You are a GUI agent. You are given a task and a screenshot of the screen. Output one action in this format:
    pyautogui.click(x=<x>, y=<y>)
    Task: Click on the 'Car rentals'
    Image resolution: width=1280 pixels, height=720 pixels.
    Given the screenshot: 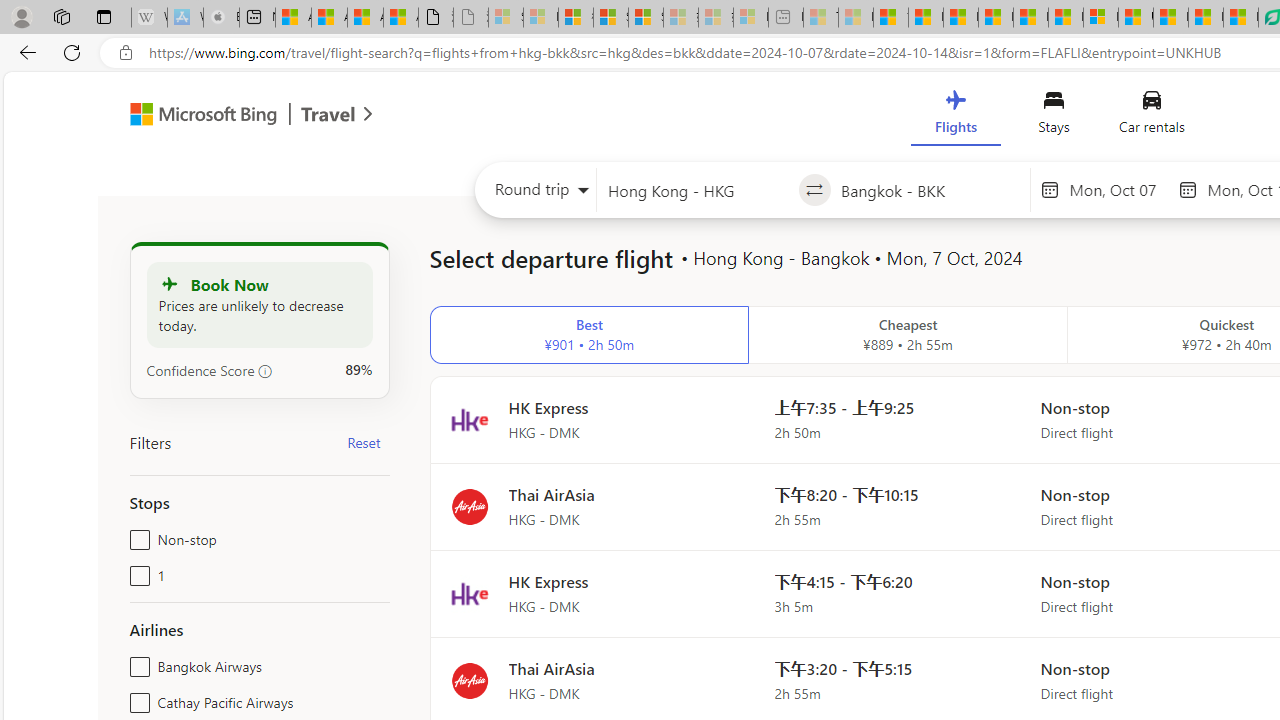 What is the action you would take?
    pyautogui.click(x=1151, y=117)
    